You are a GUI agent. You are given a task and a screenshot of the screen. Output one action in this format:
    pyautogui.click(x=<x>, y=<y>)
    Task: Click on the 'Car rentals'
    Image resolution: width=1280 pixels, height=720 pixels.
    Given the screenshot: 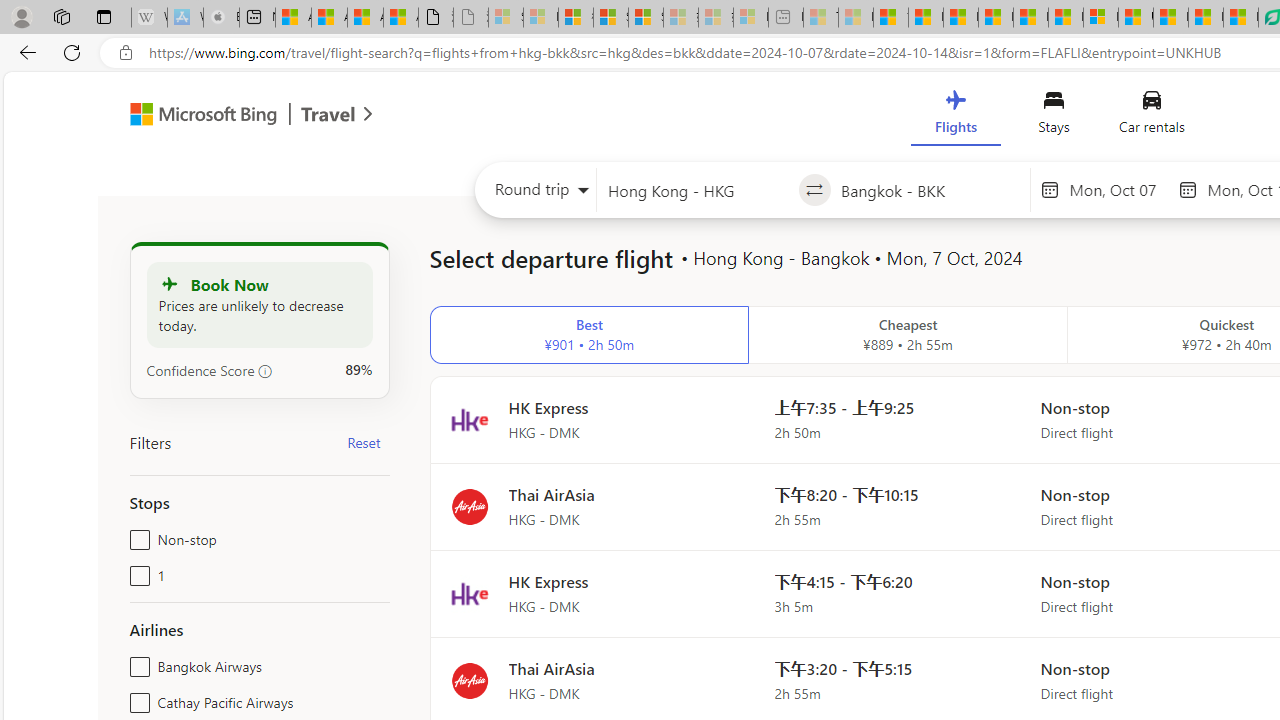 What is the action you would take?
    pyautogui.click(x=1151, y=117)
    